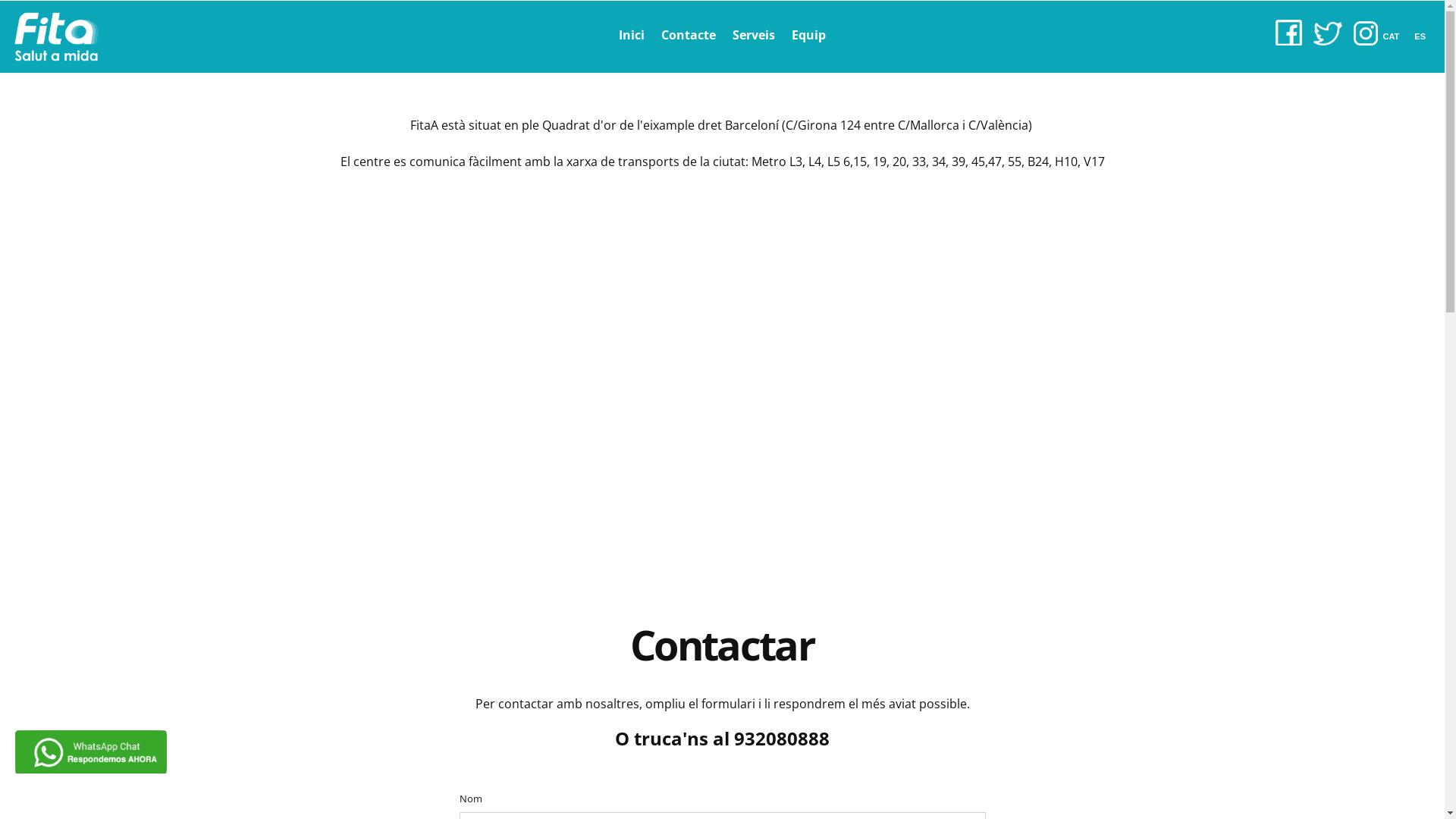 The image size is (1456, 819). I want to click on 'Contacte', so click(687, 34).